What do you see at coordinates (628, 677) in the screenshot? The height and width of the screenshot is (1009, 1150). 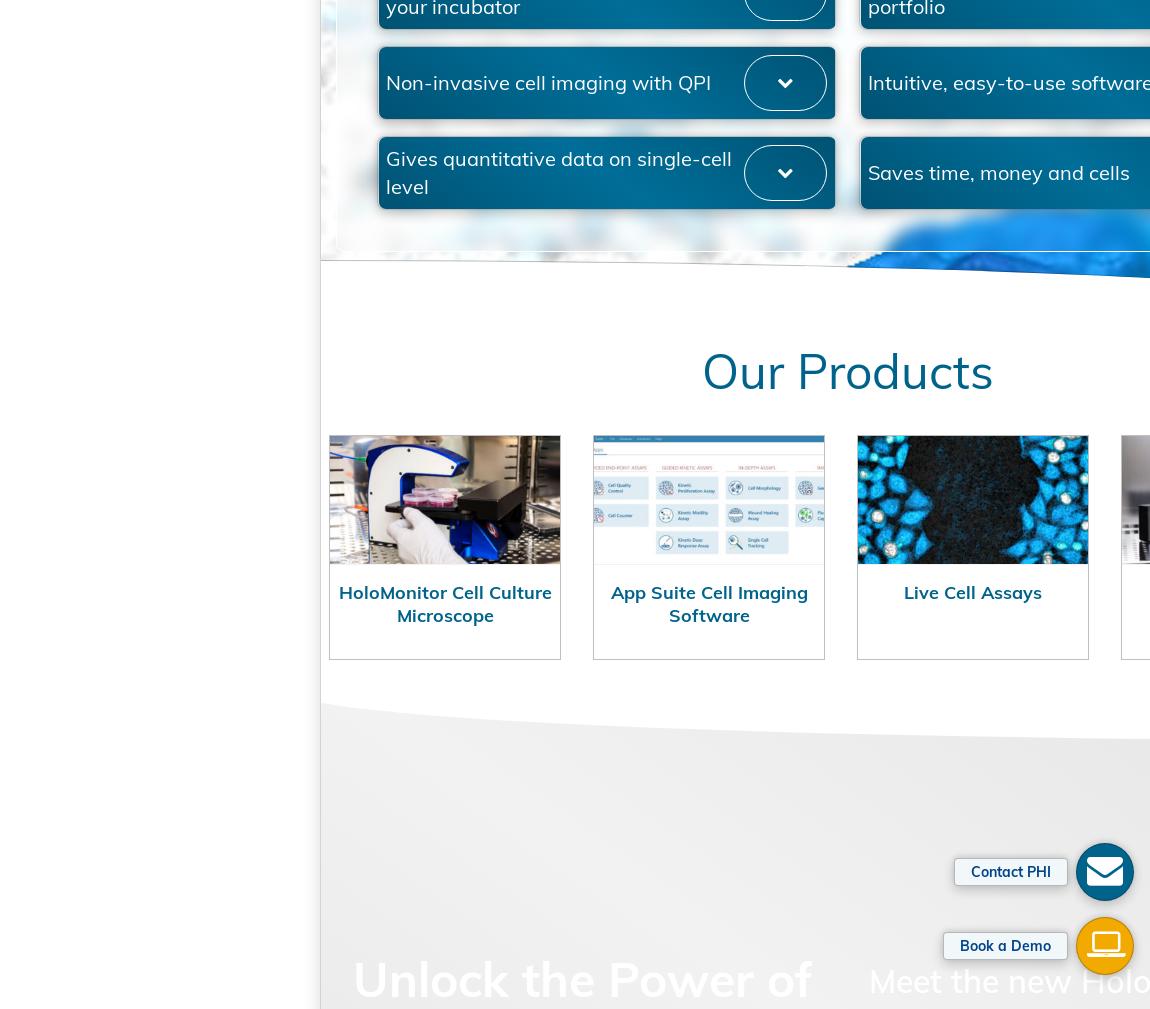 I see `'App Suite Cell Imaging Software'` at bounding box center [628, 677].